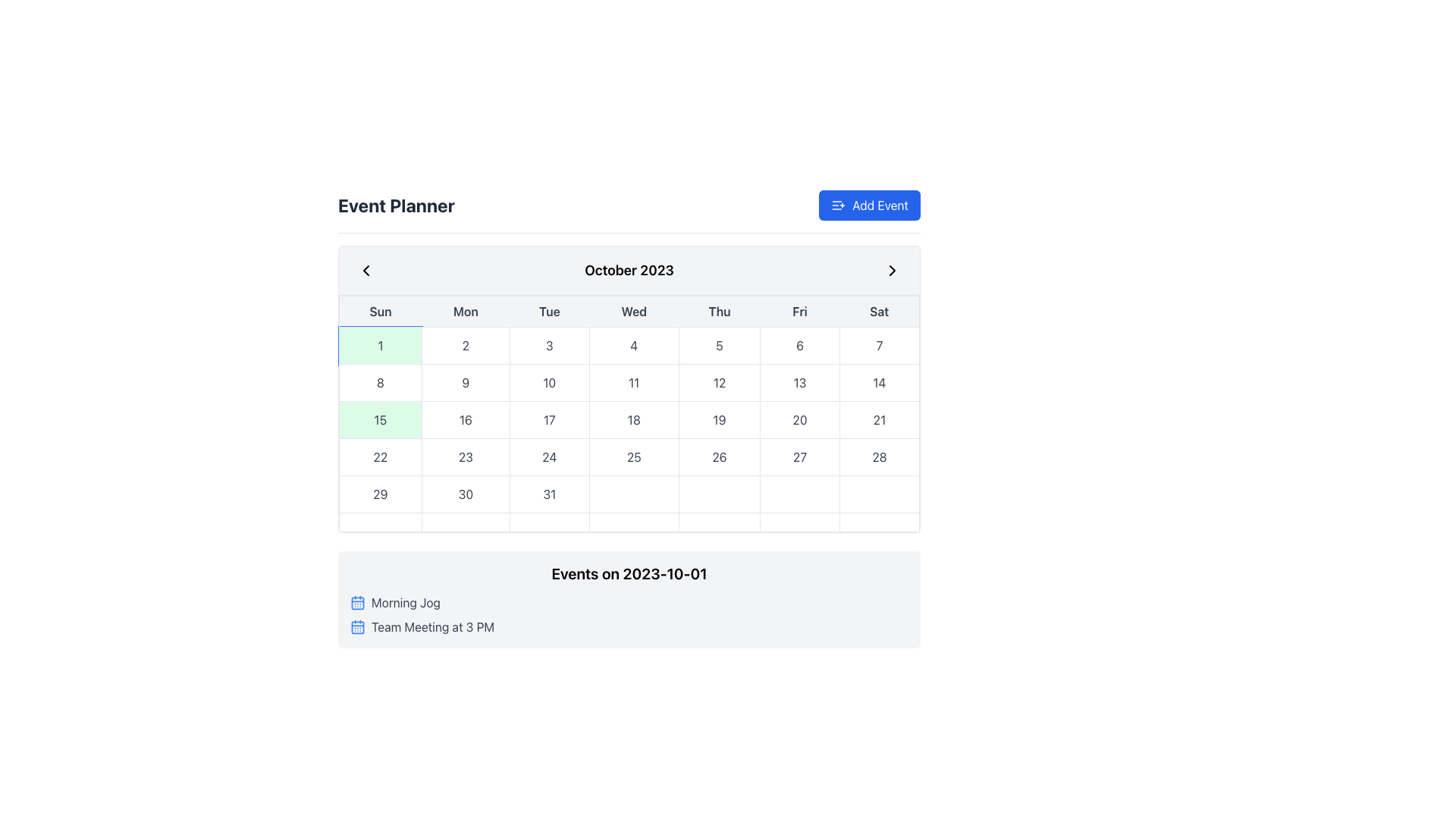 The image size is (1456, 819). Describe the element at coordinates (548, 420) in the screenshot. I see `the calendar date cell representing the 17th of October 2023 to change its background color` at that location.